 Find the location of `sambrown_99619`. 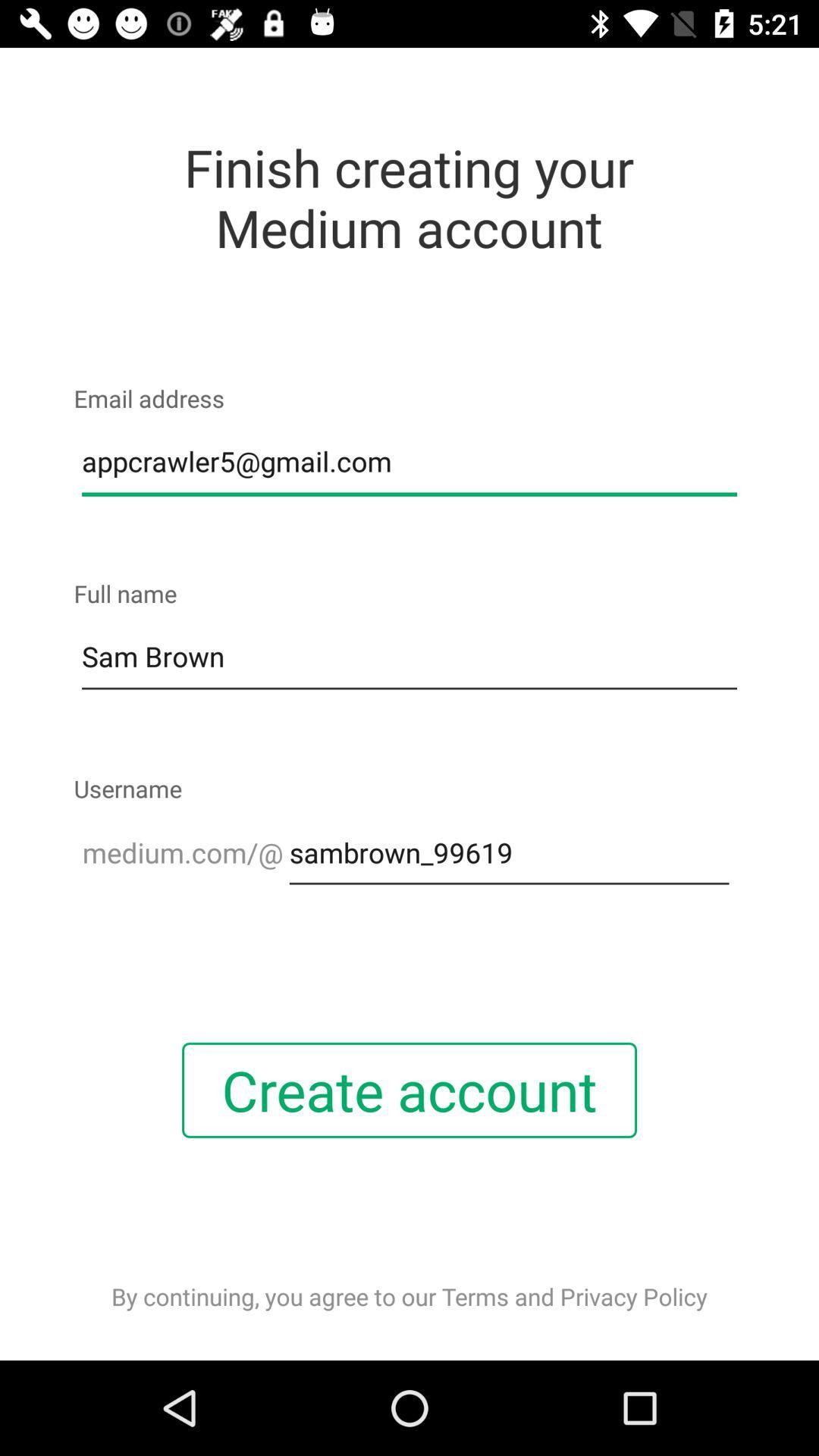

sambrown_99619 is located at coordinates (509, 852).